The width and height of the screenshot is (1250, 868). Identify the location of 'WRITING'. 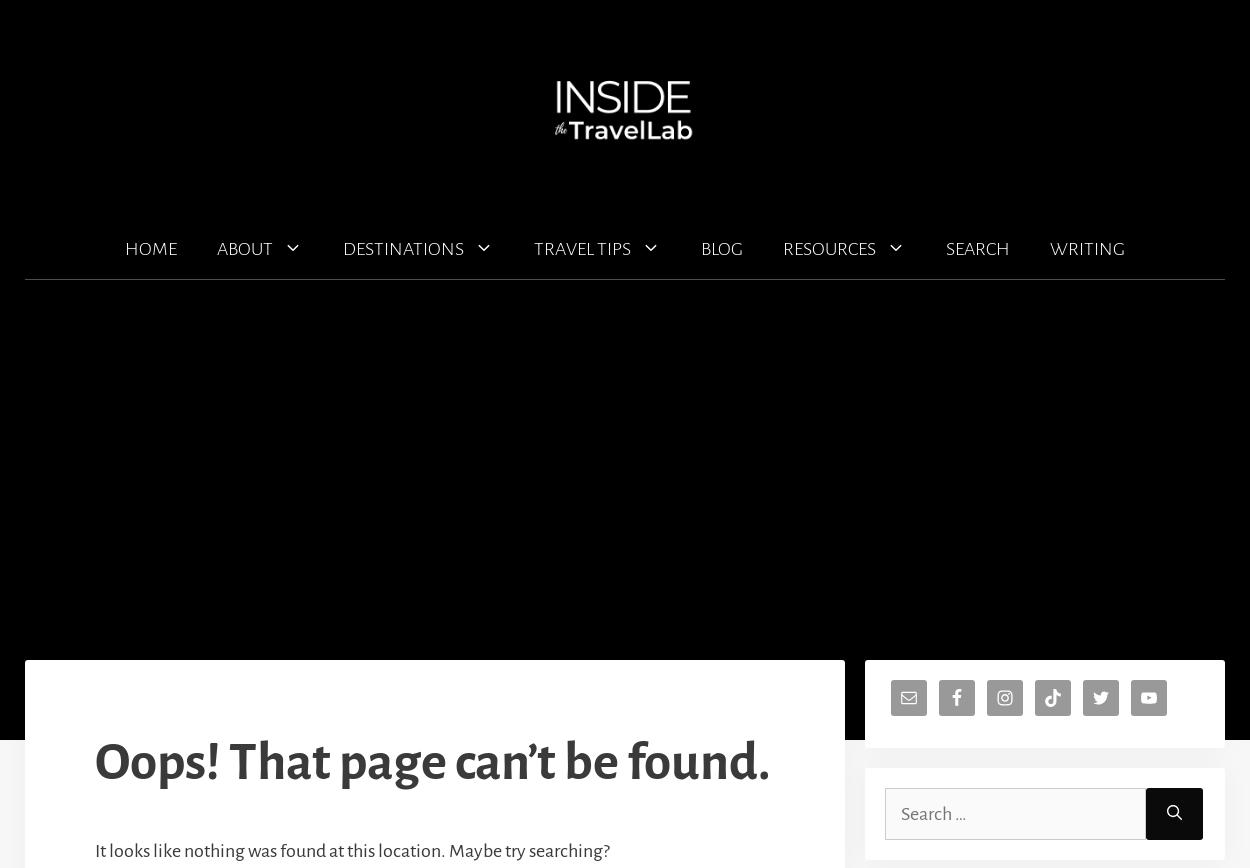
(1086, 249).